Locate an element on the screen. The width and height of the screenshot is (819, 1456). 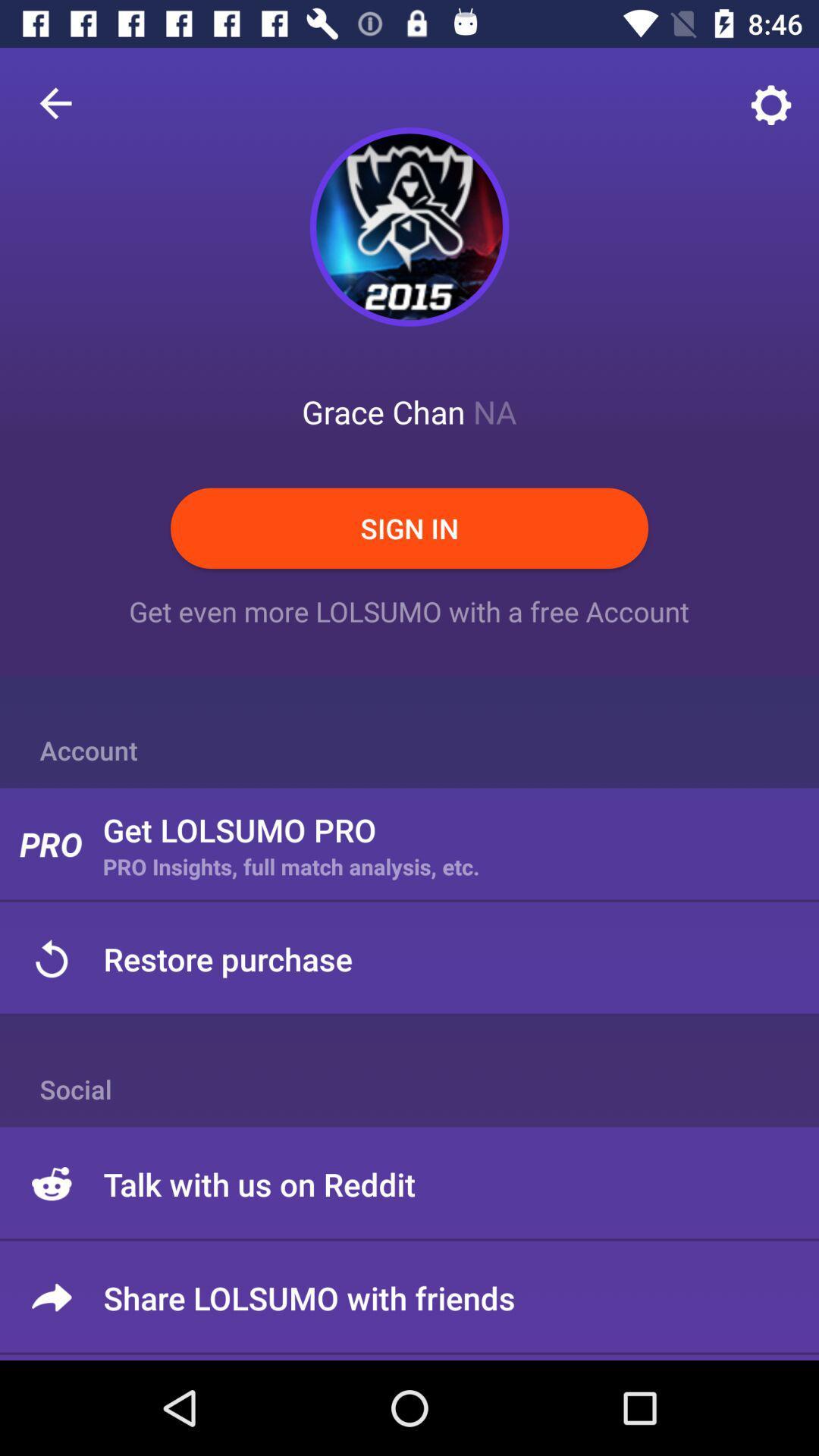
item below grace chan icon is located at coordinates (409, 528).